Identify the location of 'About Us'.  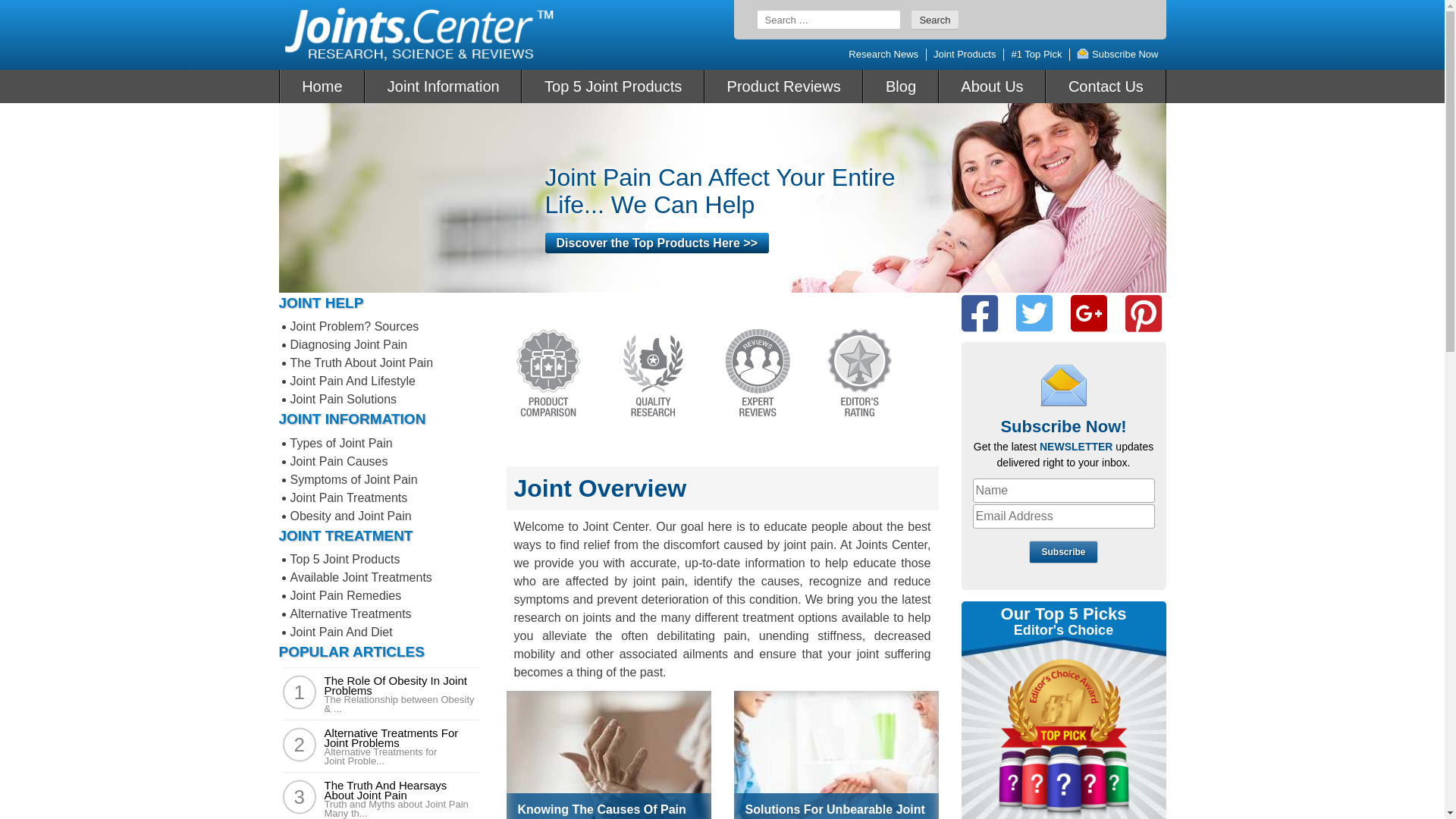
(993, 86).